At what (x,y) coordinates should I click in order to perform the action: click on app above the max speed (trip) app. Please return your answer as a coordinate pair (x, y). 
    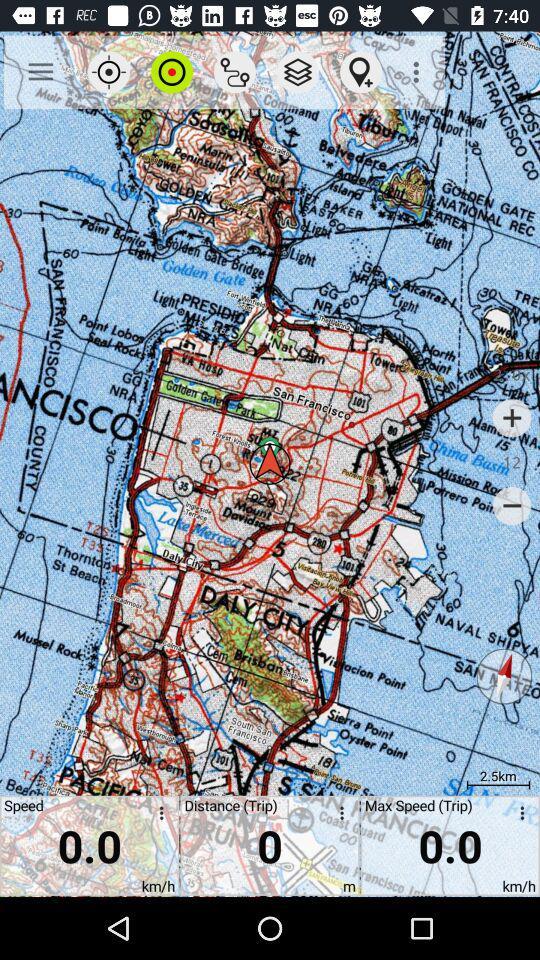
    Looking at the image, I should click on (417, 72).